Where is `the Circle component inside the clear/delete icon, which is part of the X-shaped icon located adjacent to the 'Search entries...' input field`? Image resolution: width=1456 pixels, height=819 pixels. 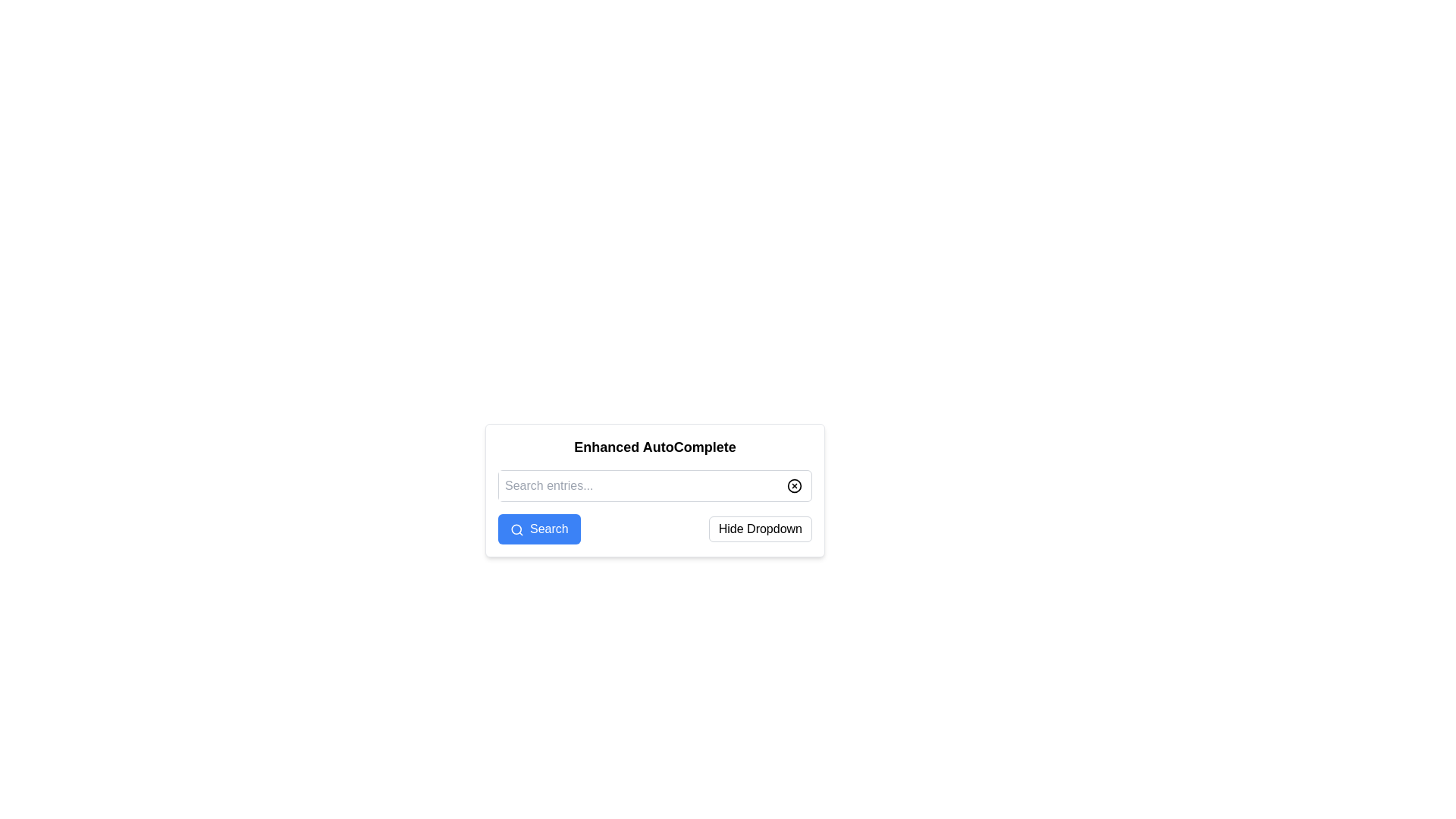 the Circle component inside the clear/delete icon, which is part of the X-shaped icon located adjacent to the 'Search entries...' input field is located at coordinates (793, 485).